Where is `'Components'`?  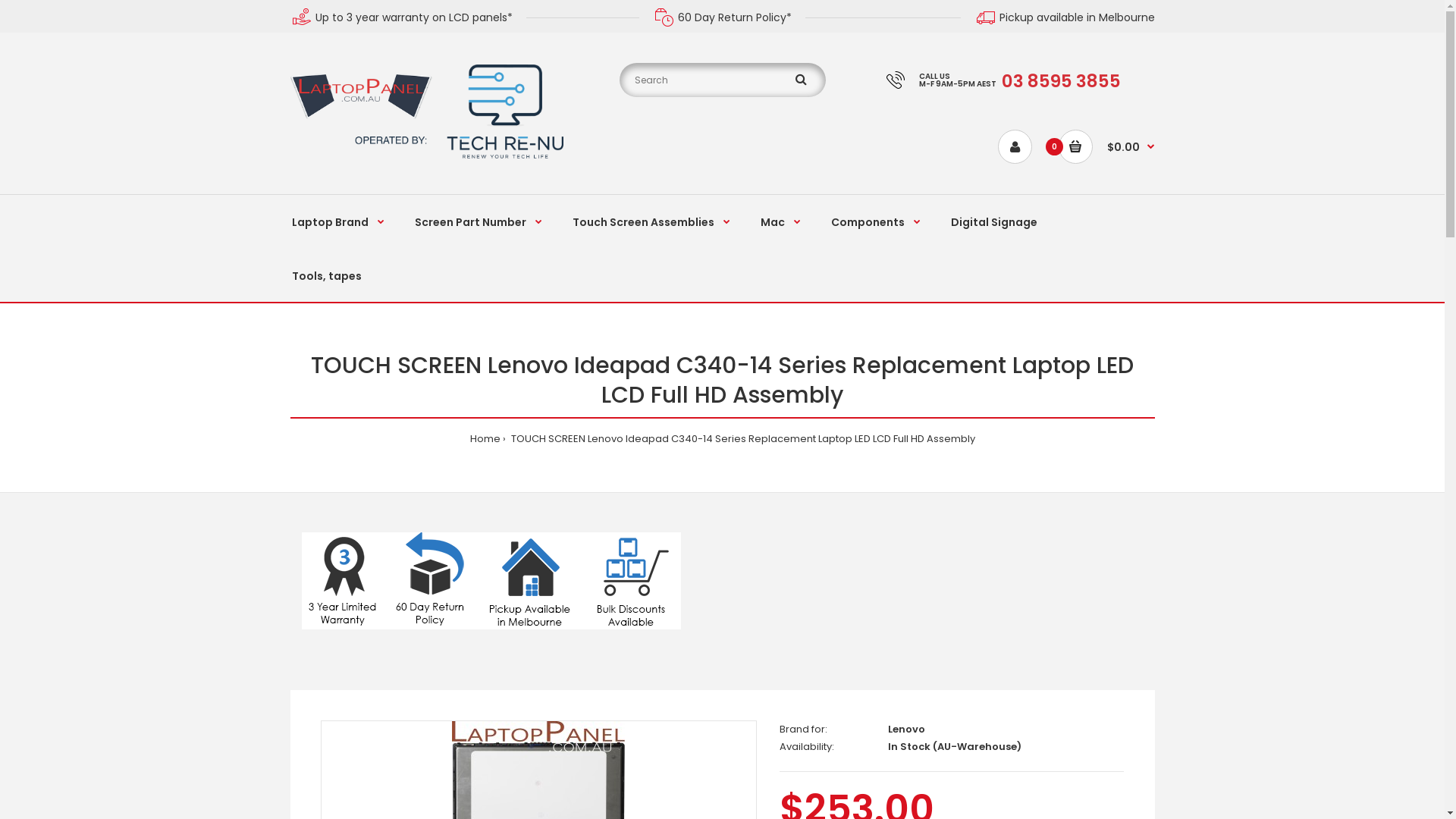 'Components' is located at coordinates (876, 221).